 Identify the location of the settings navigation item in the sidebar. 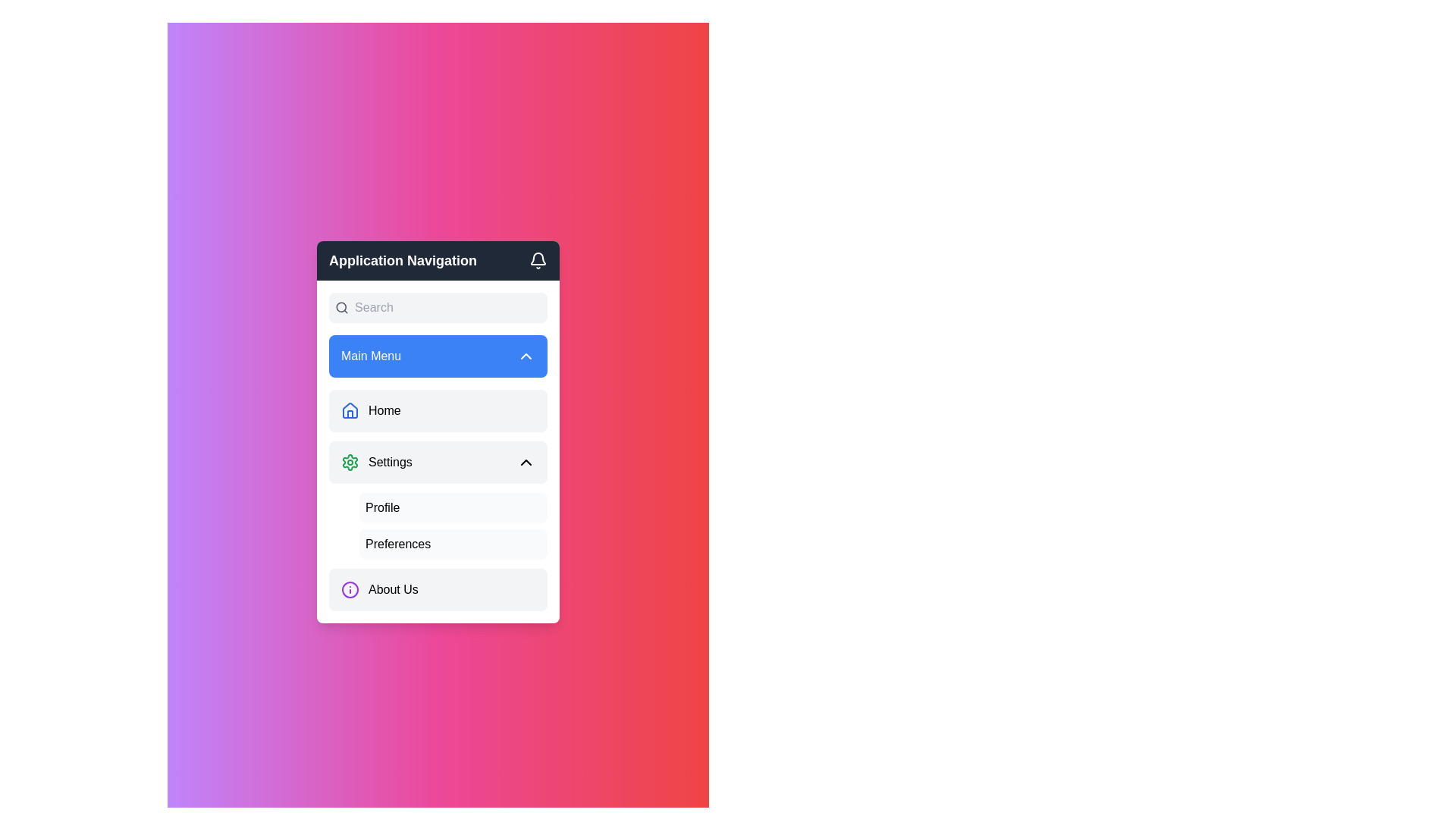
(437, 461).